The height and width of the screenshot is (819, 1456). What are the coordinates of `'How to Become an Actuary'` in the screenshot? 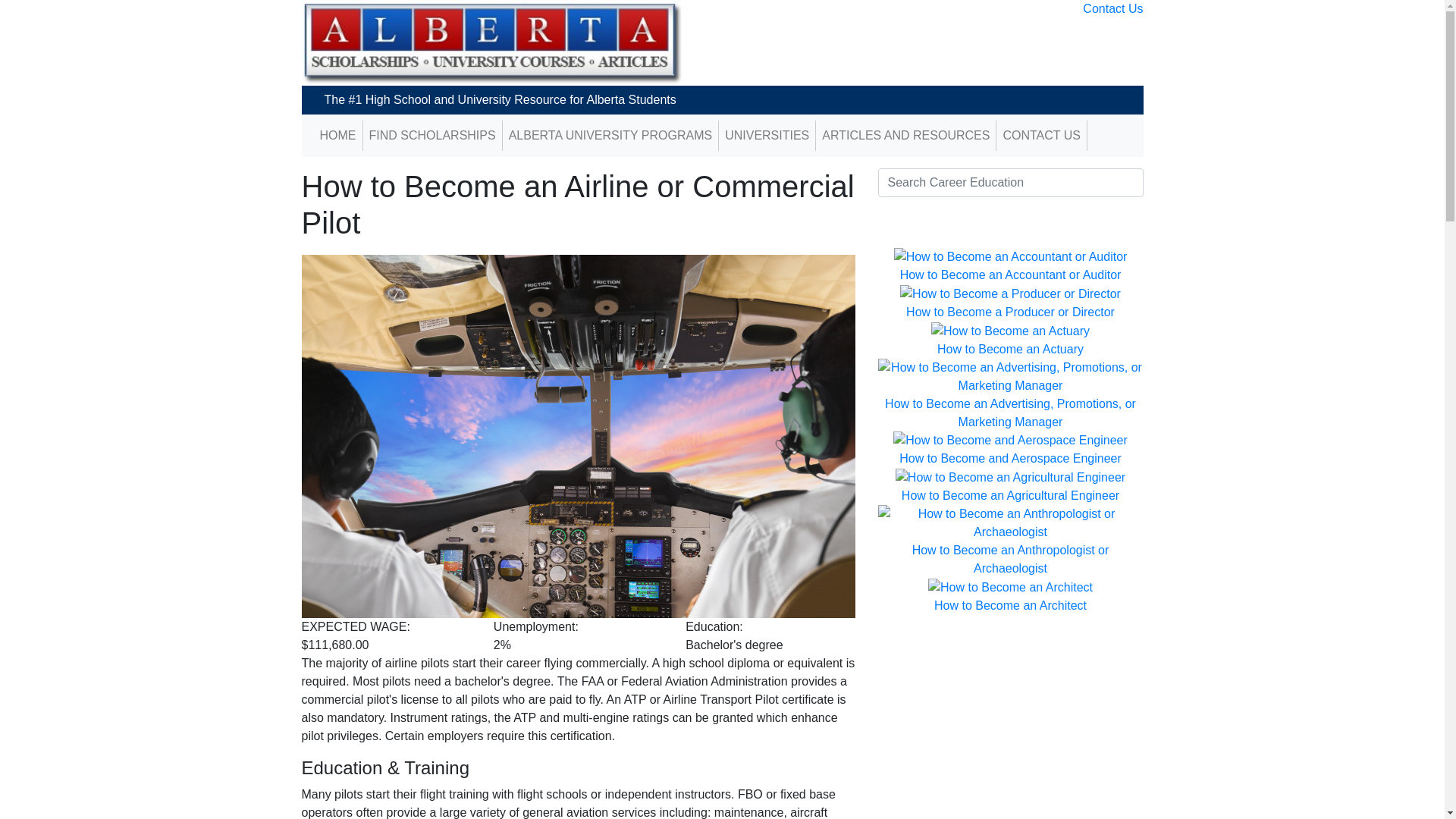 It's located at (1010, 349).